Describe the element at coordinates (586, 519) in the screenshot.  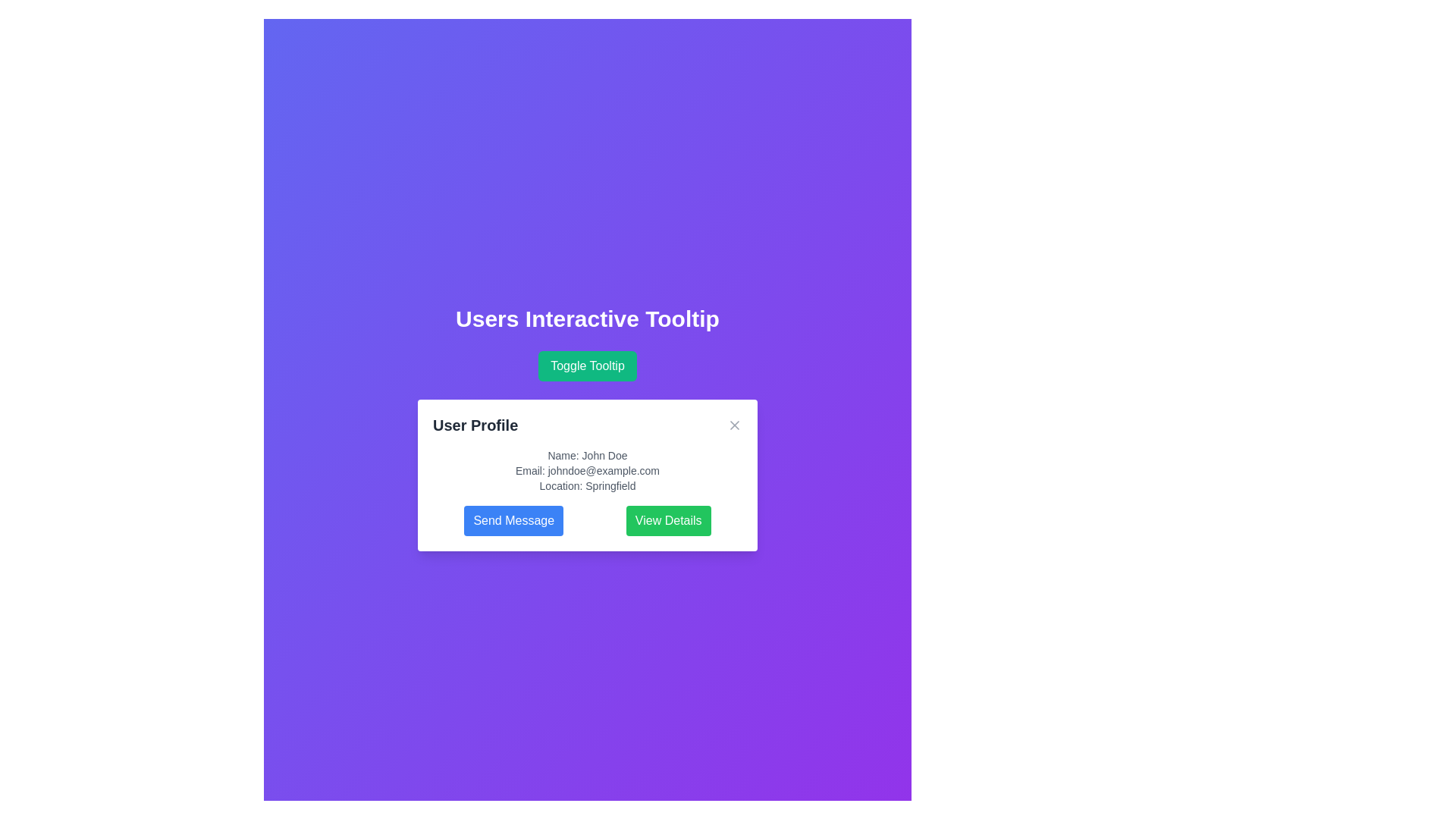
I see `the 'Send Message' button located in the button row within the 'User Profile' modal to initiate messaging` at that location.